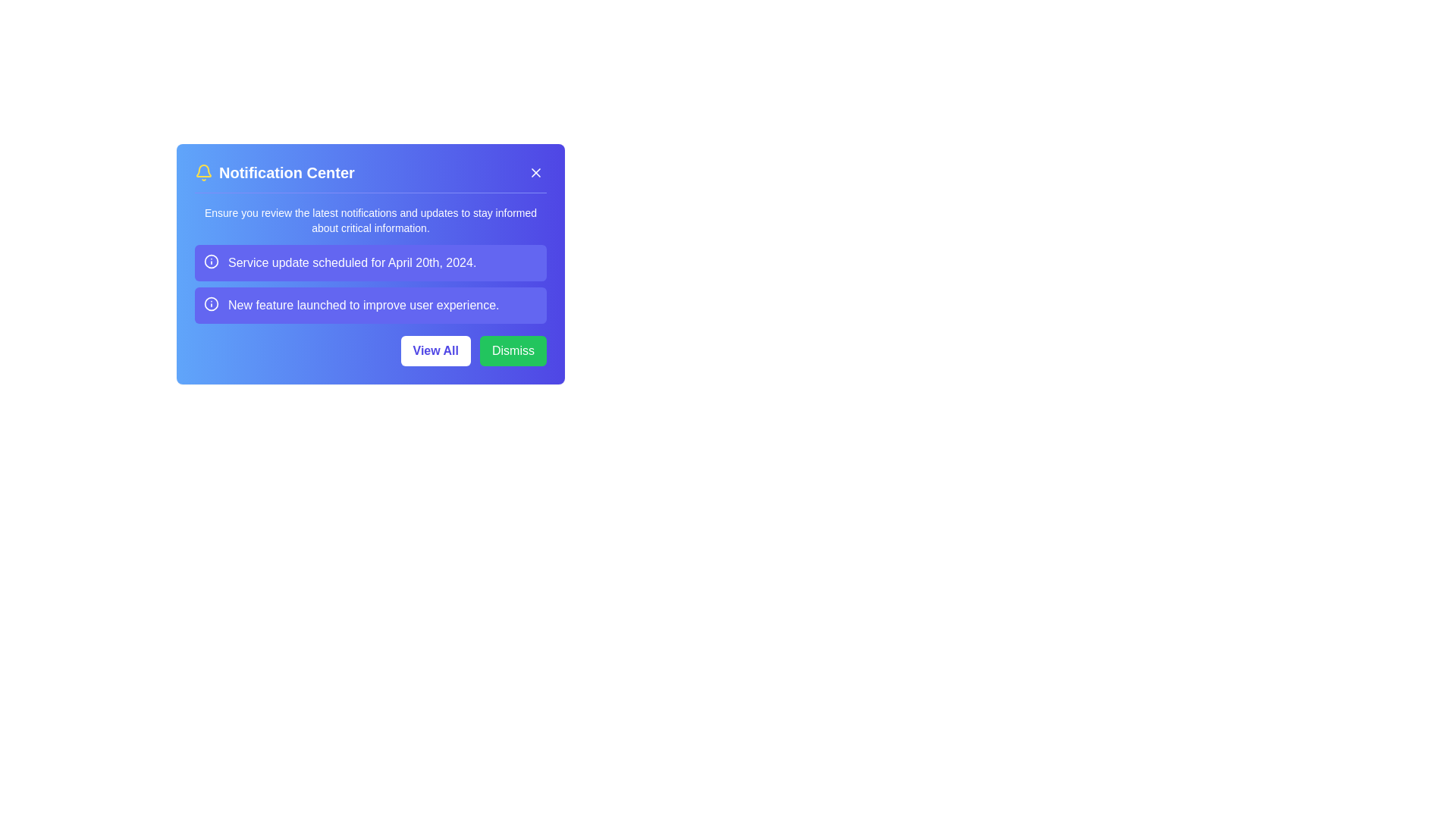 This screenshot has height=819, width=1456. What do you see at coordinates (371, 262) in the screenshot?
I see `notification which is the first item in the Notification Card, displaying 'Service update scheduled for April 20th, 2024.'` at bounding box center [371, 262].